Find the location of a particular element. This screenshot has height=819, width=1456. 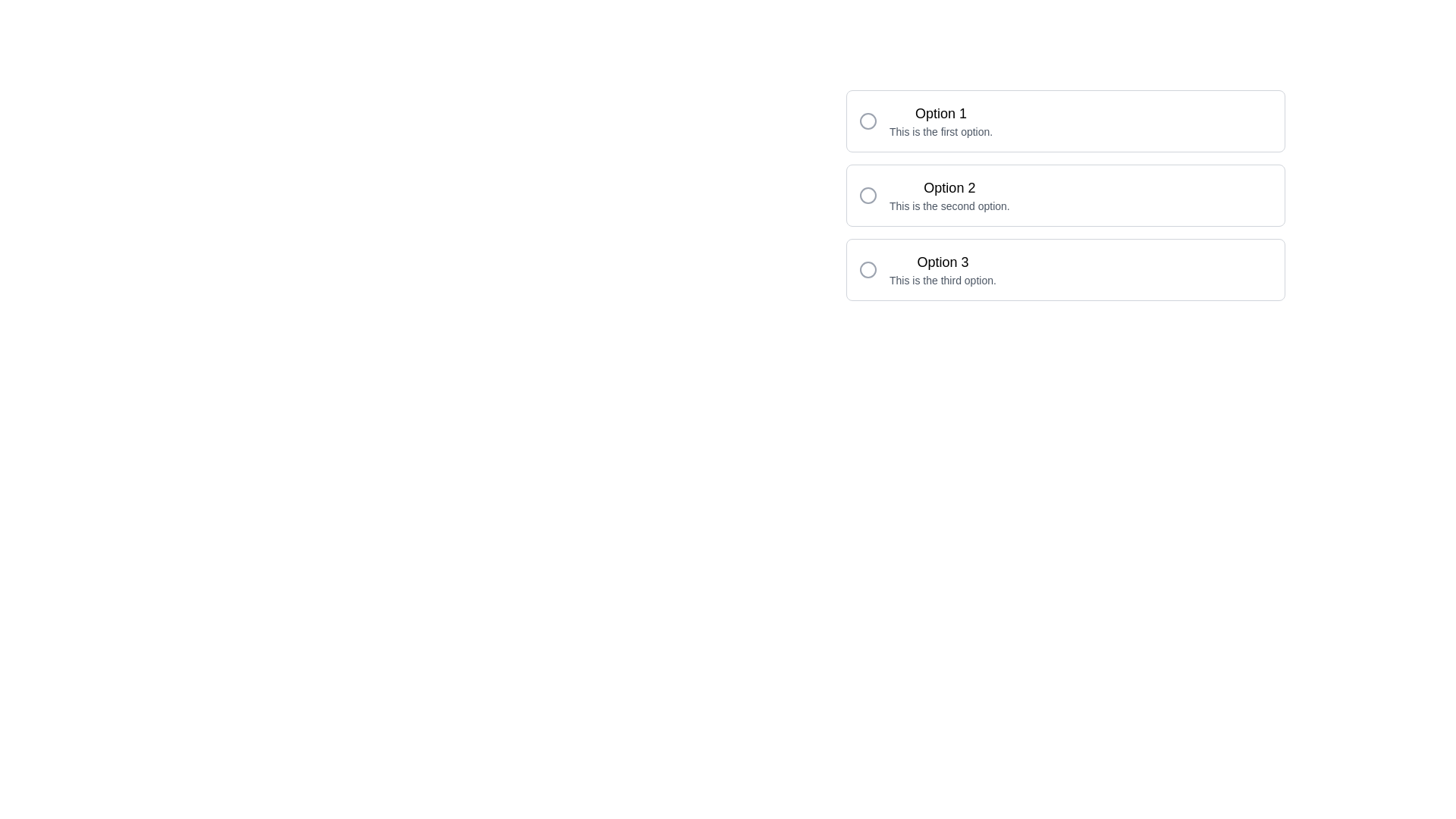

the radio button (circle) icon located to the left of 'Option 2' in the vertically stacked selection menu for feedback is located at coordinates (868, 195).